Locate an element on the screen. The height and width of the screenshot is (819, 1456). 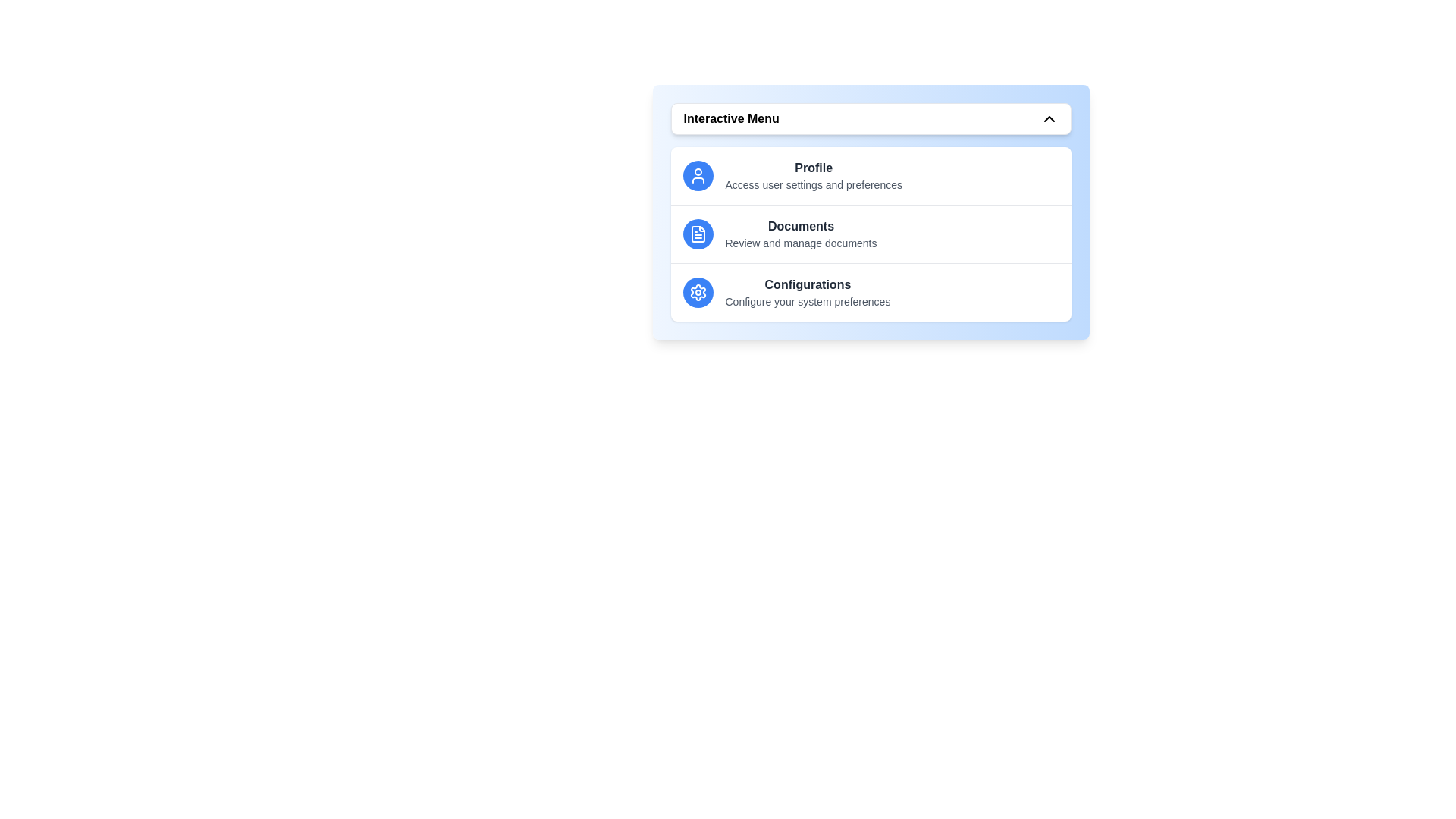
the menu item Configurations by clicking on it is located at coordinates (871, 292).